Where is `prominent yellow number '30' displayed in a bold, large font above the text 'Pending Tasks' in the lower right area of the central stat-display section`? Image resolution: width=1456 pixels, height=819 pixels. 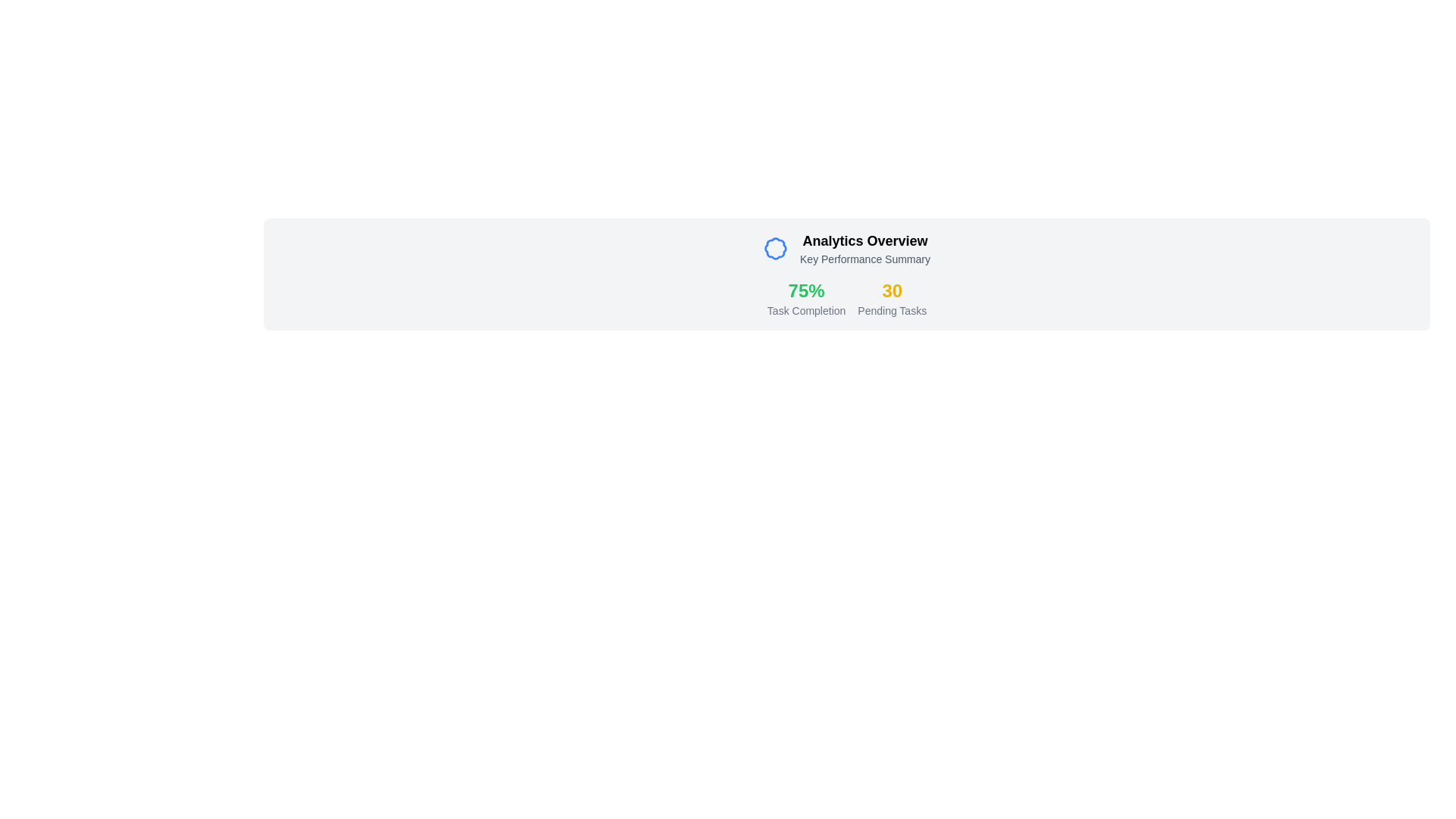
prominent yellow number '30' displayed in a bold, large font above the text 'Pending Tasks' in the lower right area of the central stat-display section is located at coordinates (892, 291).